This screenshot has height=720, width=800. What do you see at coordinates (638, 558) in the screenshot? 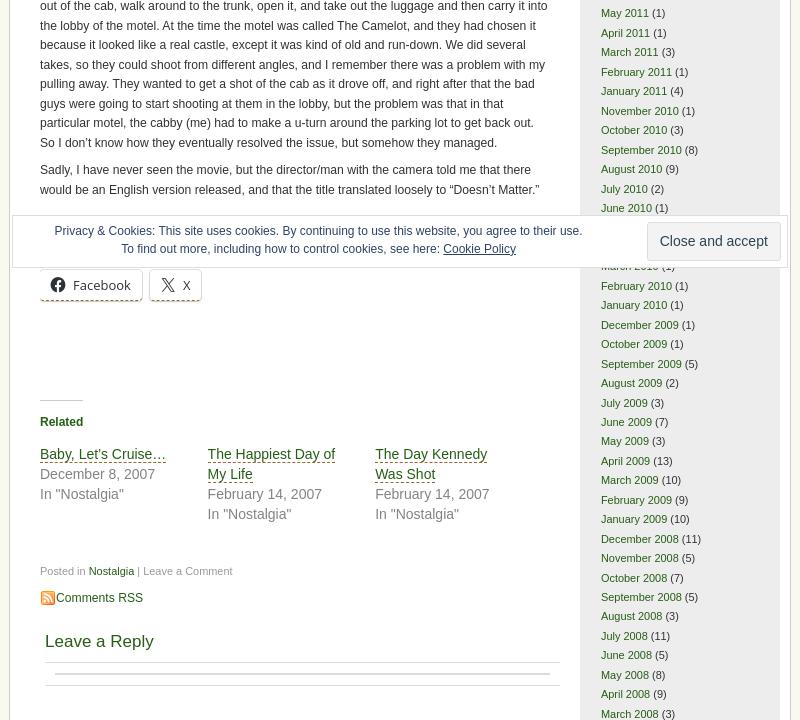
I see `'November 2008'` at bounding box center [638, 558].